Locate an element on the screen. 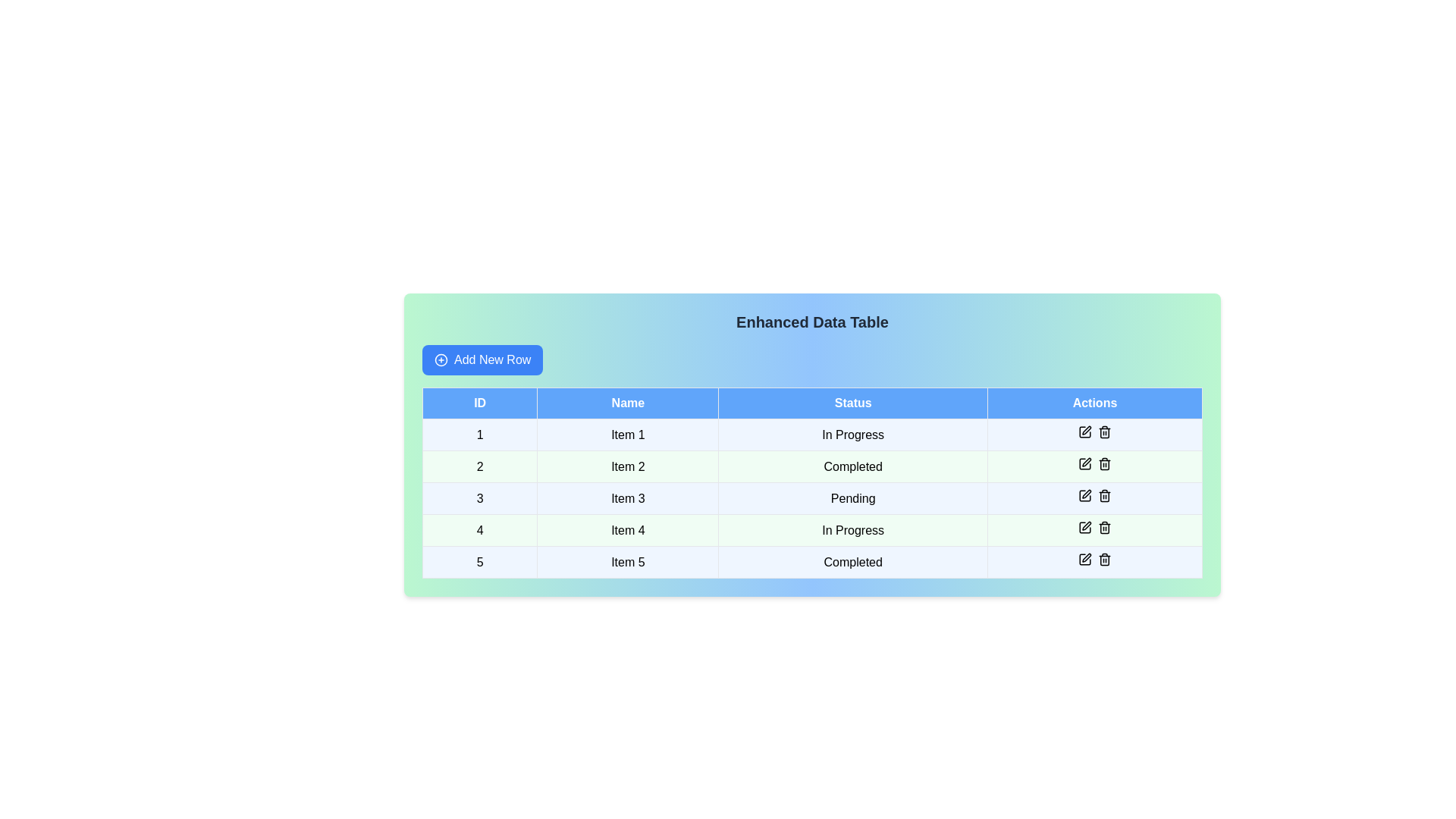 This screenshot has width=1456, height=819. the table cell containing the text 'Item 3', which is is located at coordinates (628, 498).